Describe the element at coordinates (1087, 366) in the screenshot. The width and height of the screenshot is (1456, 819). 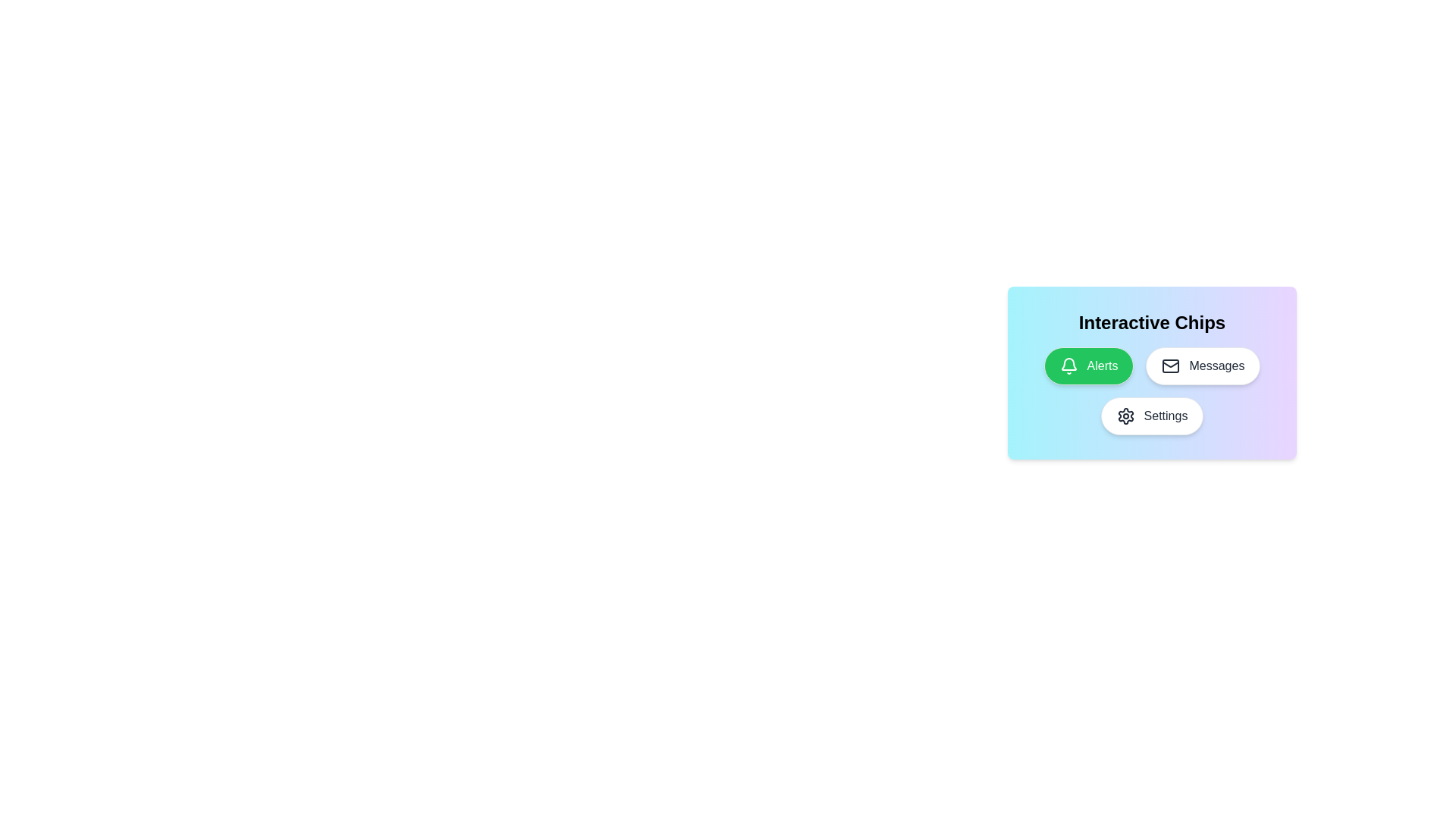
I see `the chip labeled Alerts to toggle its selection state` at that location.